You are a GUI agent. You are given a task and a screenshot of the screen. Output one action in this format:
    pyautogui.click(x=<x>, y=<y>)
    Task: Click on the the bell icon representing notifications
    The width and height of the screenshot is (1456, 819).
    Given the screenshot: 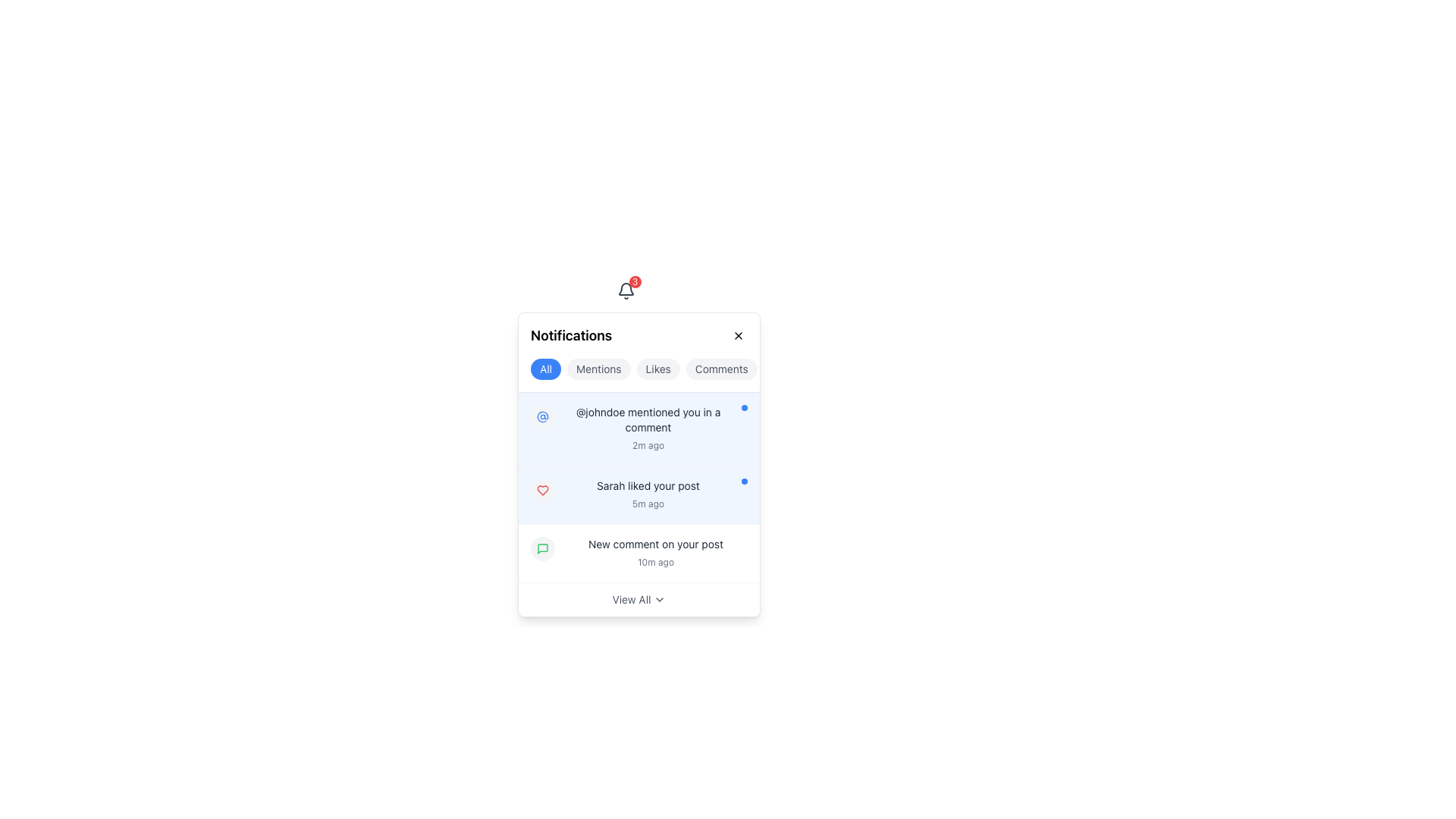 What is the action you would take?
    pyautogui.click(x=626, y=291)
    